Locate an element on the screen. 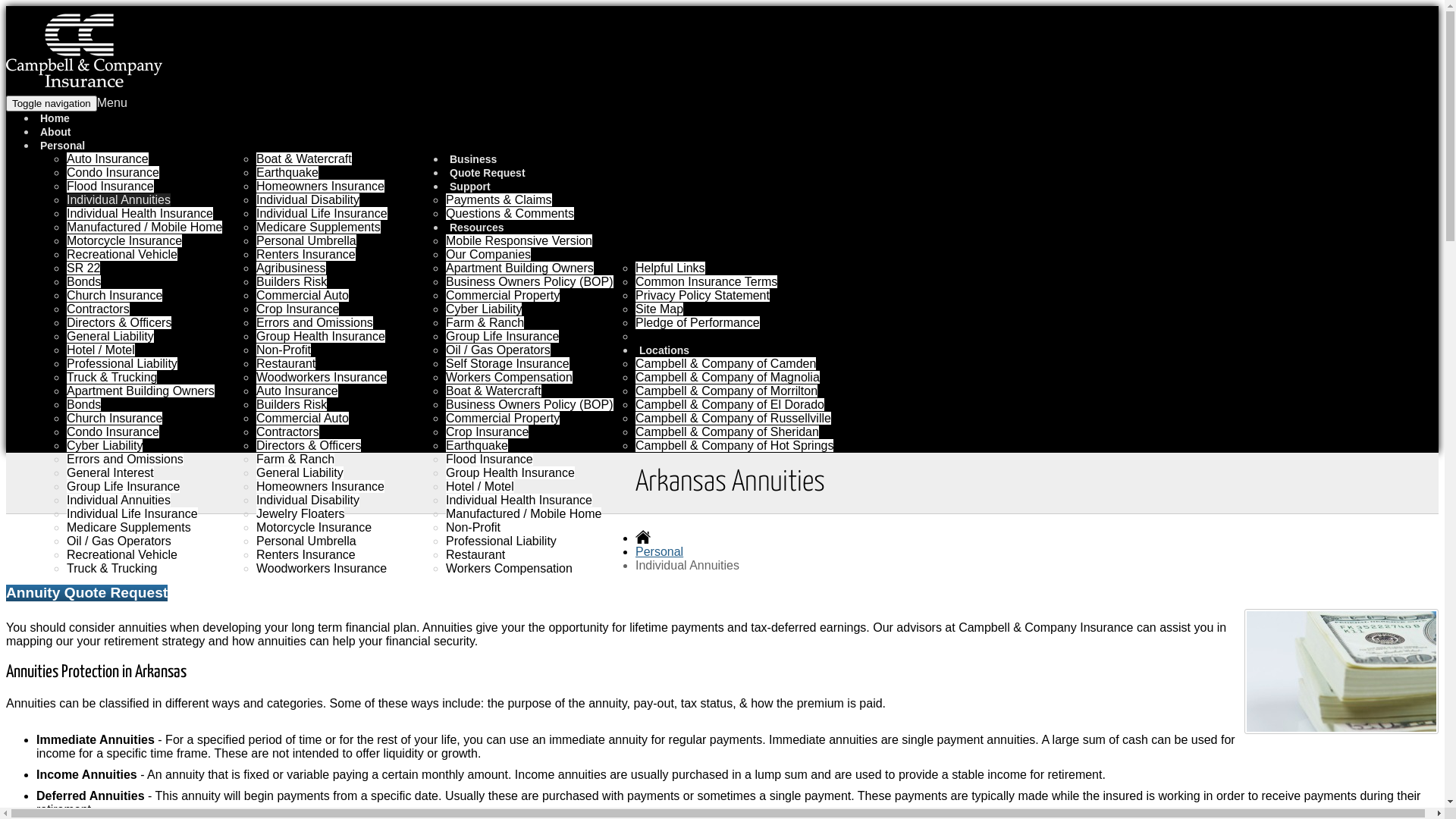  'About' is located at coordinates (36, 130).